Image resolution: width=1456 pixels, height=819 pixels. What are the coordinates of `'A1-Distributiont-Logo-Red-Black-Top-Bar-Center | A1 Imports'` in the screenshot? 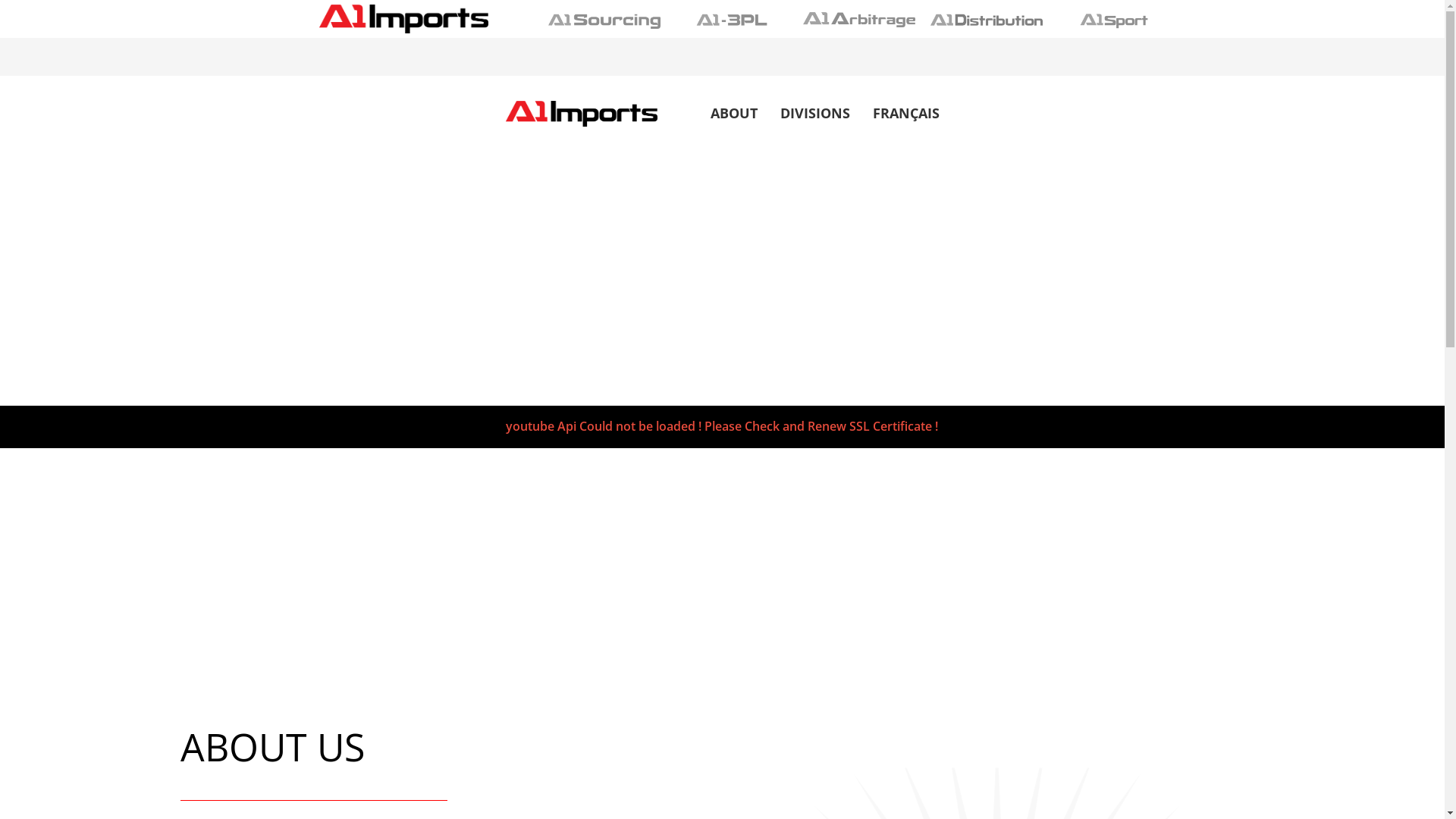 It's located at (986, 20).